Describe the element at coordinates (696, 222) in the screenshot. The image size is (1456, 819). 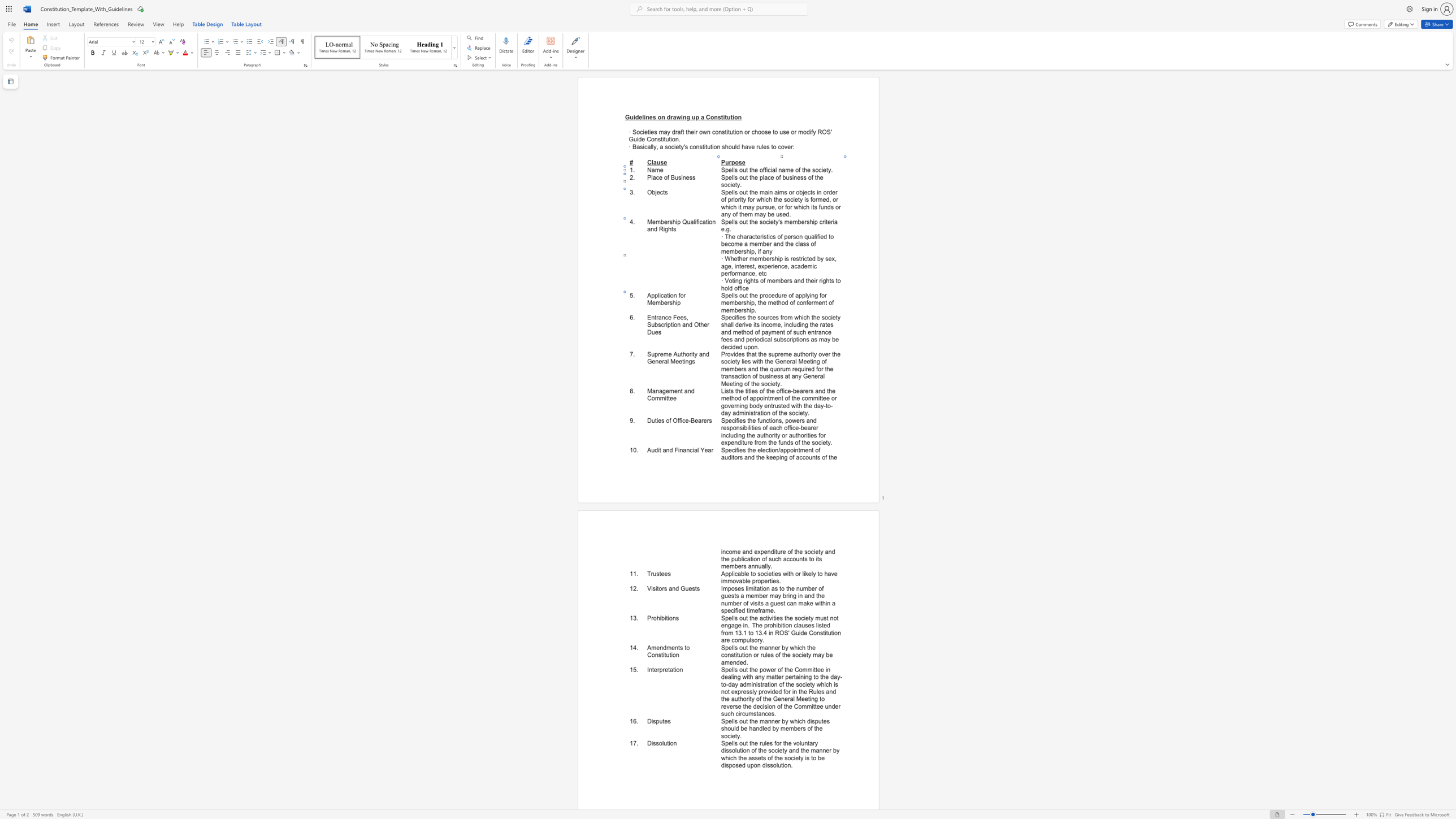
I see `the 1th character "f" in the text` at that location.